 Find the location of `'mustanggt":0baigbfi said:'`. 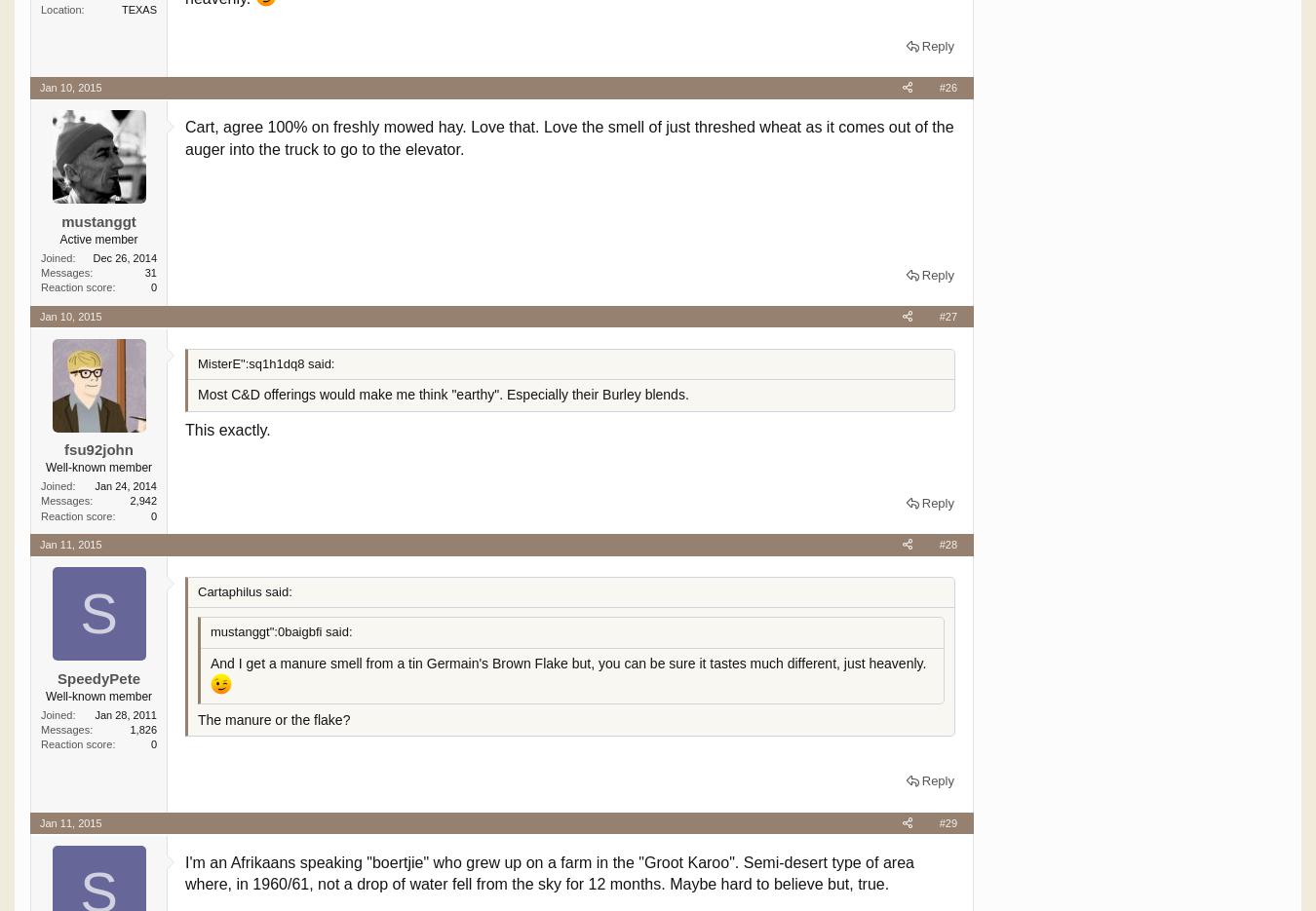

'mustanggt":0baigbfi said:' is located at coordinates (211, 631).